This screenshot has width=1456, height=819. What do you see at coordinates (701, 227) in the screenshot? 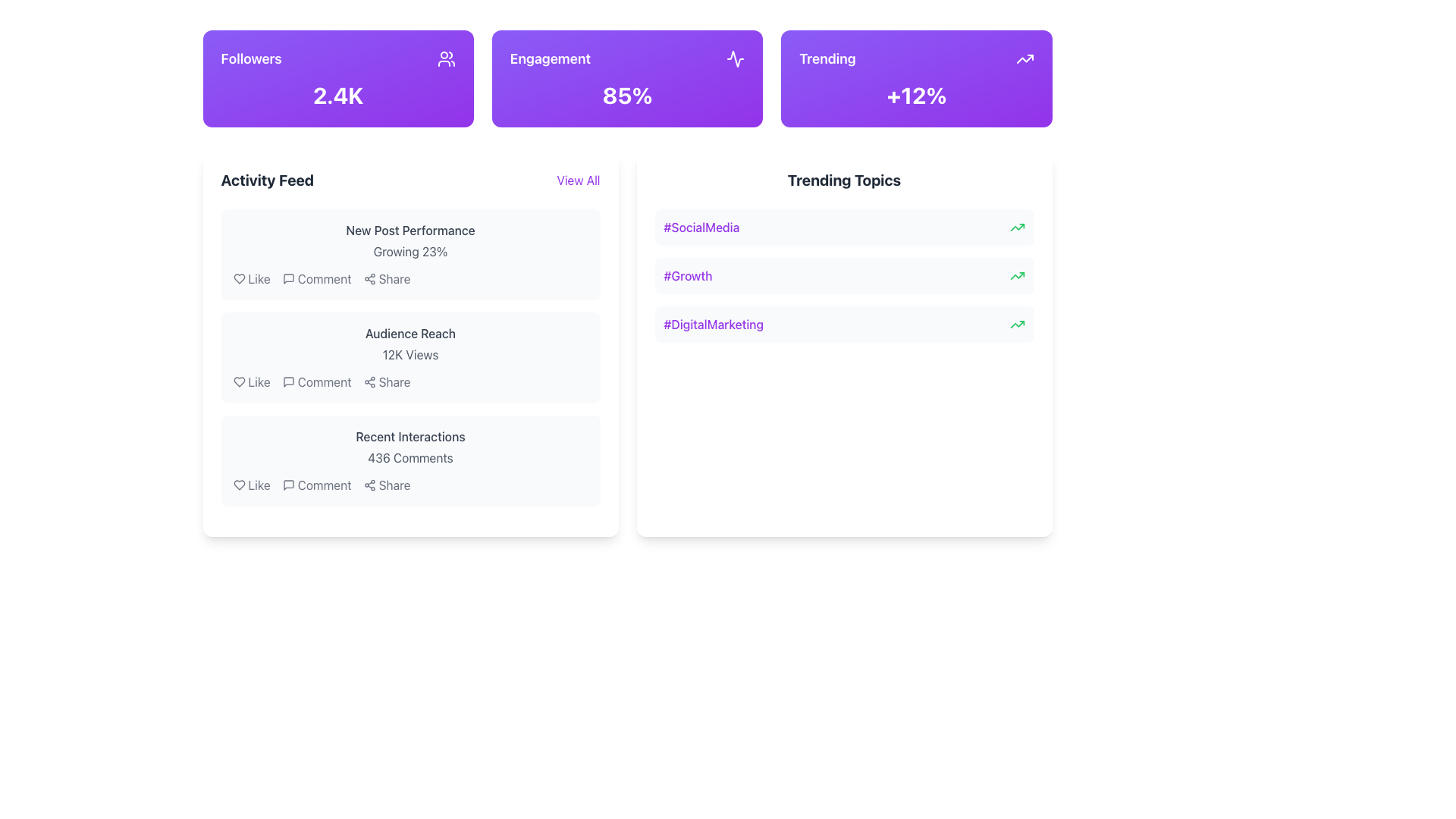
I see `the '#SocialMedia' text label in the 'Trending Topics' section` at bounding box center [701, 227].